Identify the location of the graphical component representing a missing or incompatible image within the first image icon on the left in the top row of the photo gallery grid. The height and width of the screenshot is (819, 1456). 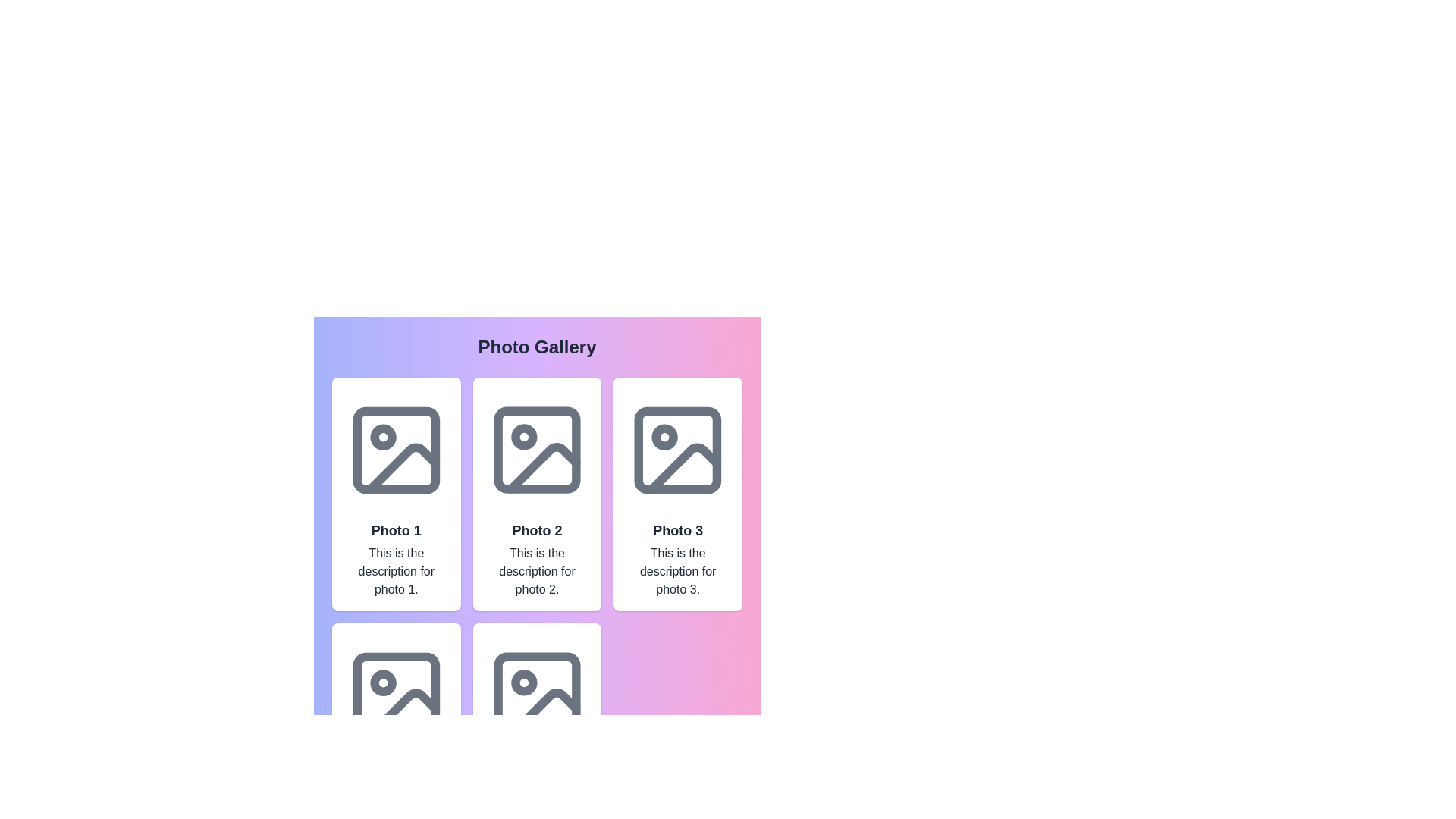
(403, 467).